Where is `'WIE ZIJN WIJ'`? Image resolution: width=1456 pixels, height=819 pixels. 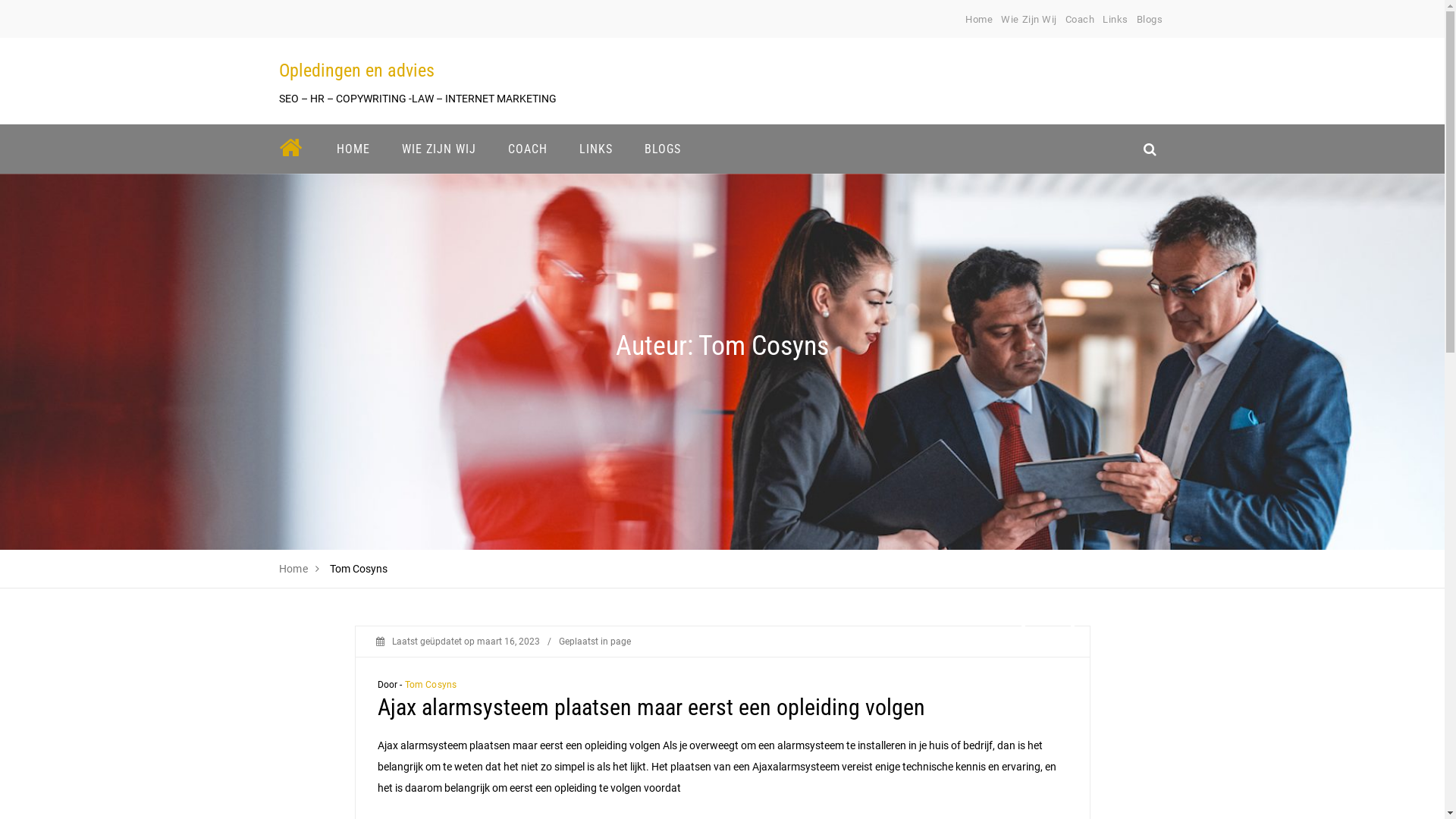 'WIE ZIJN WIJ' is located at coordinates (437, 149).